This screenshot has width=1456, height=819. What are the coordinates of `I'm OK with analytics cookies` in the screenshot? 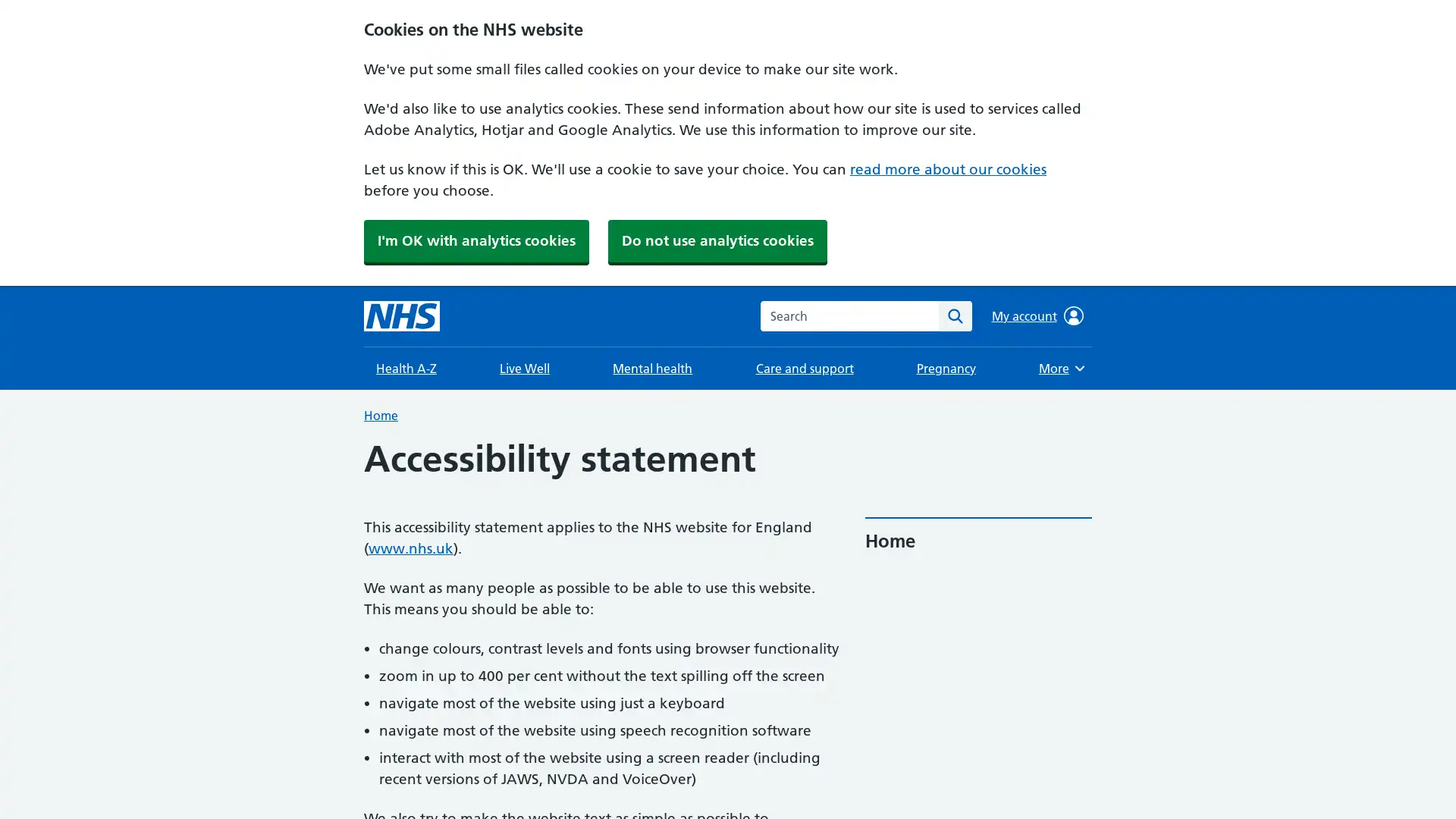 It's located at (475, 240).